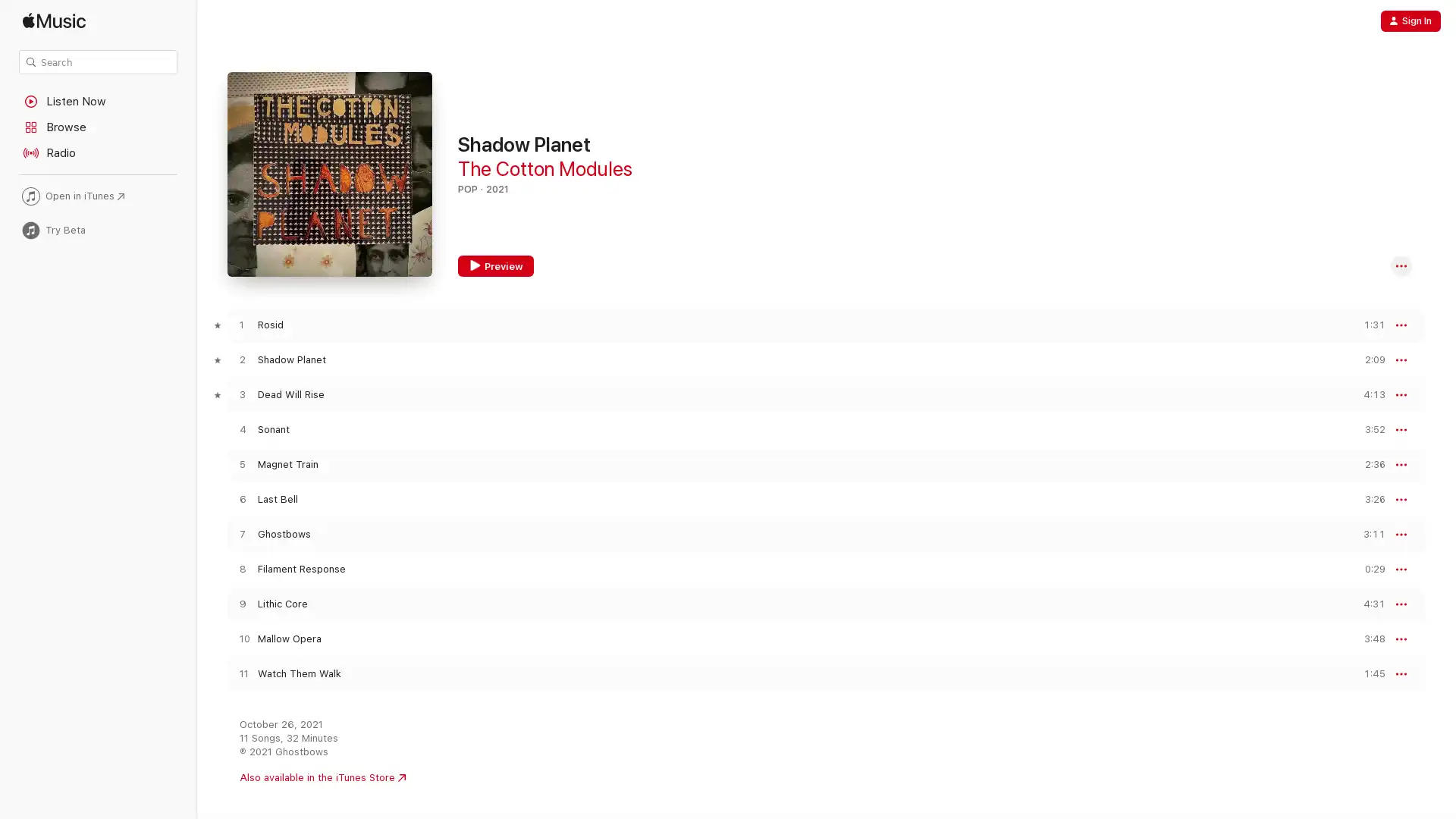 The width and height of the screenshot is (1456, 819). What do you see at coordinates (241, 499) in the screenshot?
I see `Play` at bounding box center [241, 499].